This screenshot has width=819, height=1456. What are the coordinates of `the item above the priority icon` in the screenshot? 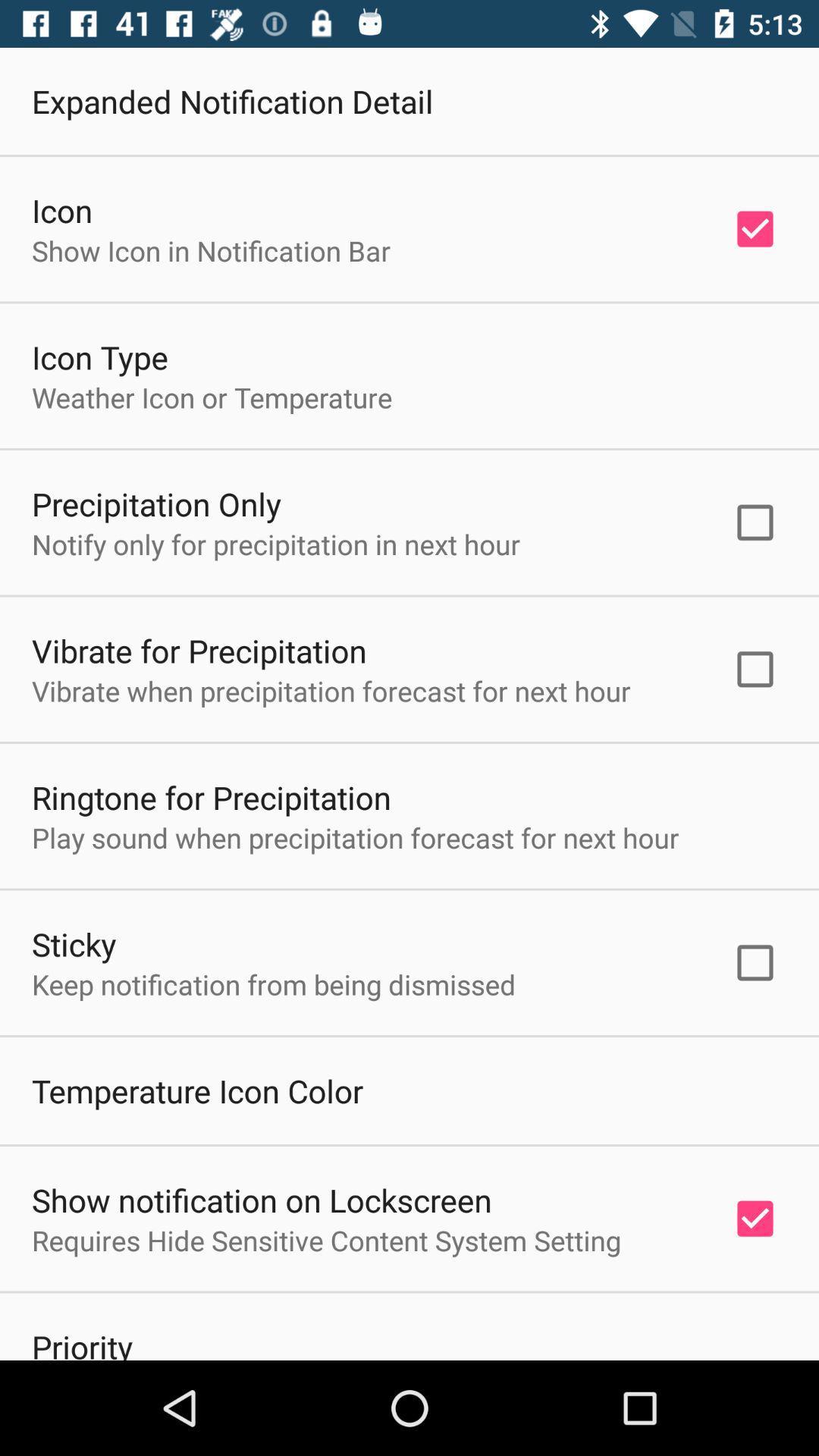 It's located at (325, 1240).